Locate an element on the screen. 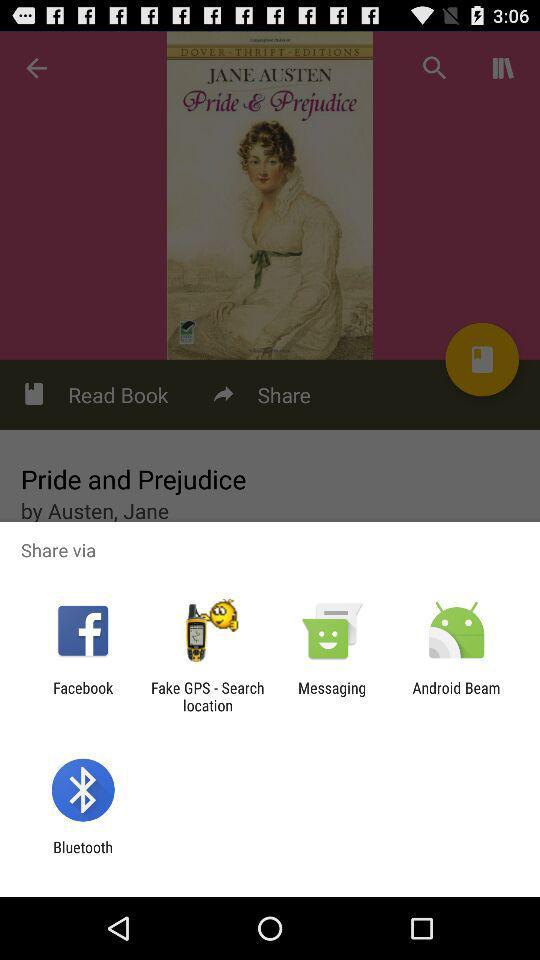 This screenshot has width=540, height=960. the item next to android beam is located at coordinates (332, 696).